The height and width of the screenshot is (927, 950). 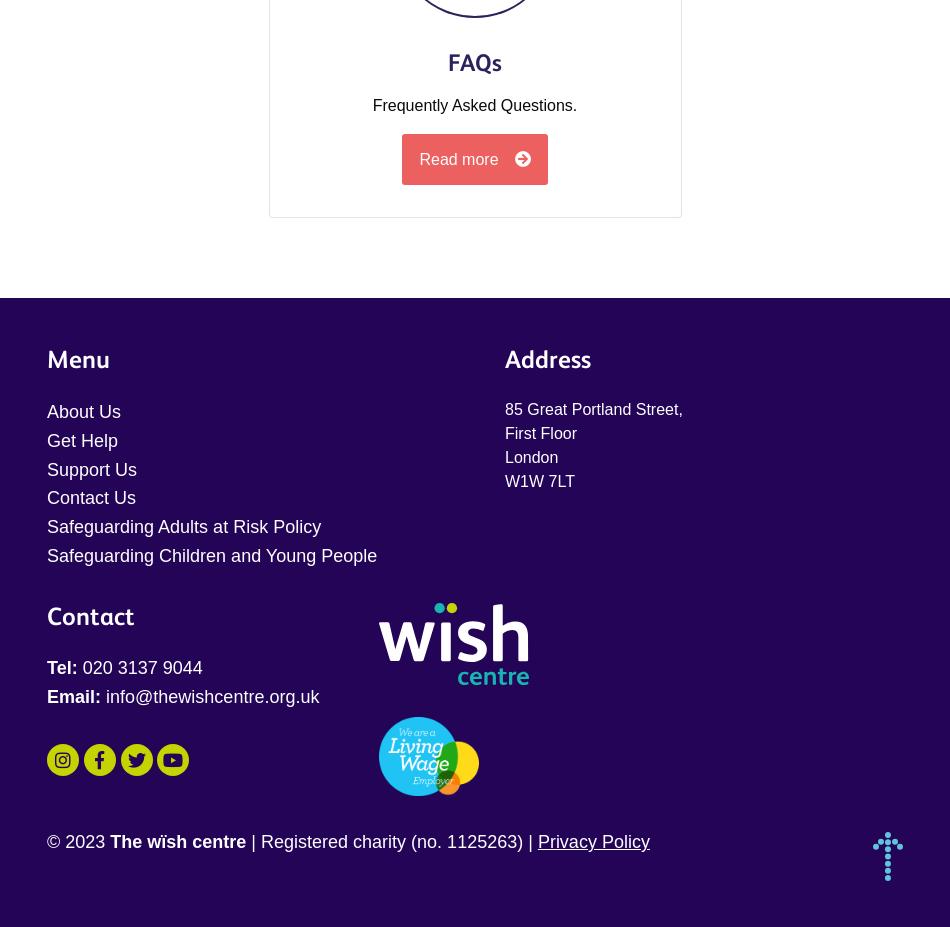 What do you see at coordinates (47, 468) in the screenshot?
I see `'Support Us'` at bounding box center [47, 468].